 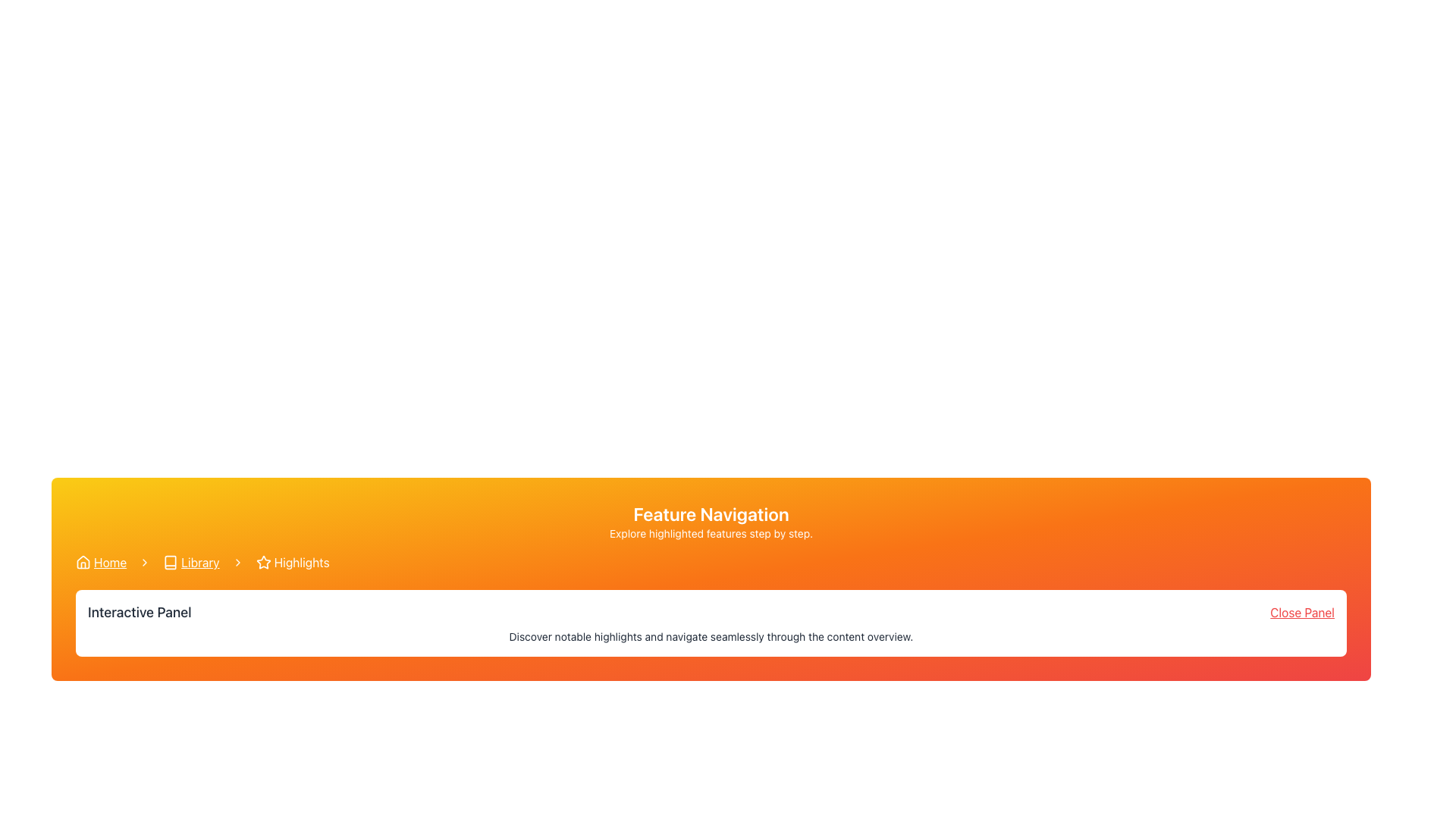 What do you see at coordinates (710, 533) in the screenshot?
I see `the text component that says 'Explore highlighted features step by step.' which is styled in a small font and positioned below the 'Feature Navigation' heading, within a gradient orange background` at bounding box center [710, 533].